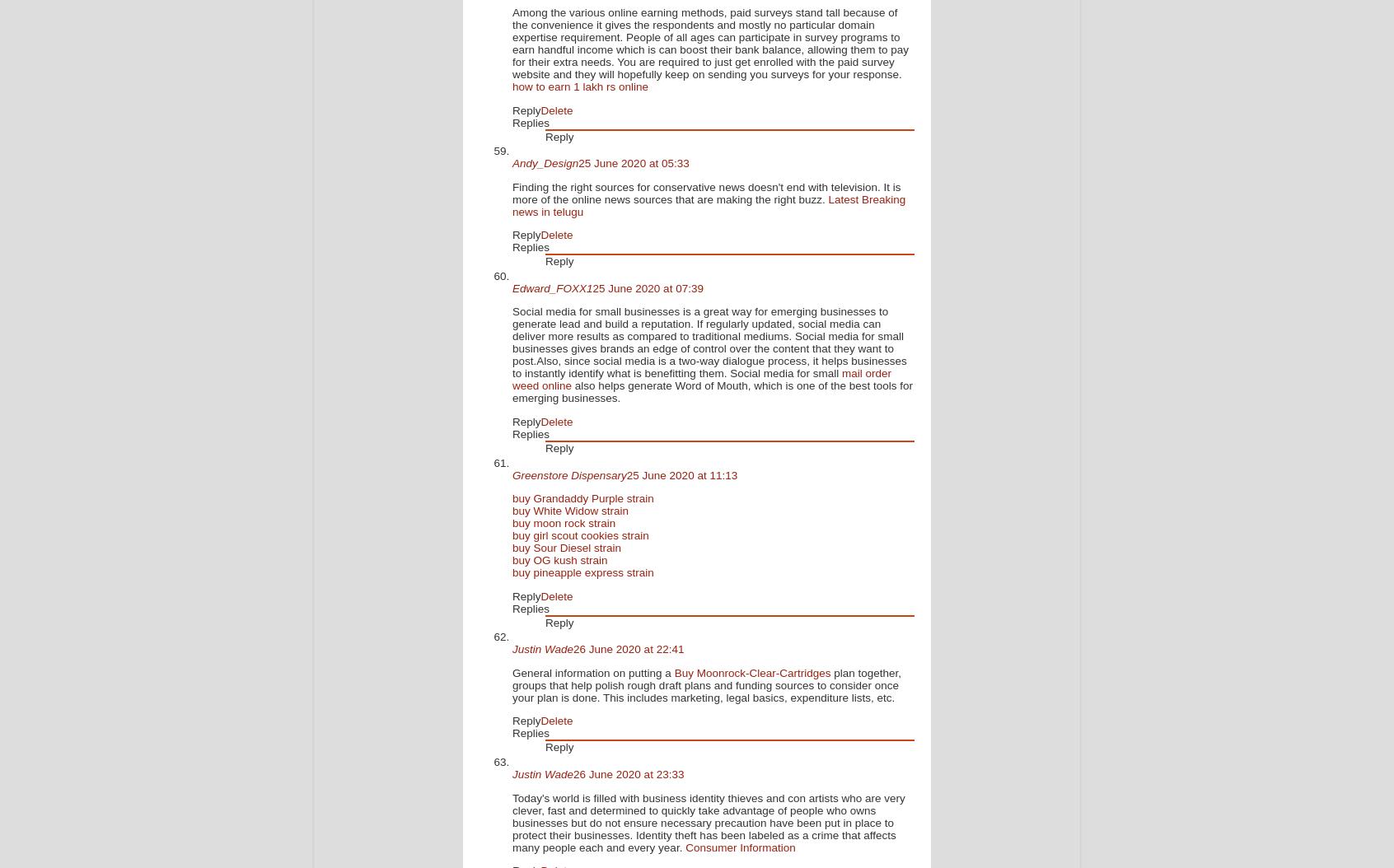  I want to click on 'Among the various online earning methods, paid surveys stand tall because of the convenience it gives the respondents and mostly no particular domain expertise requirement. People of all ages can participate in survey programs to earn handful income which is can boost their bank balance, allowing them to pay for their extra needs. You are required to just get enrolled with the paid survey website and they will hopefully keep on sending you surveys for your response.', so click(709, 44).